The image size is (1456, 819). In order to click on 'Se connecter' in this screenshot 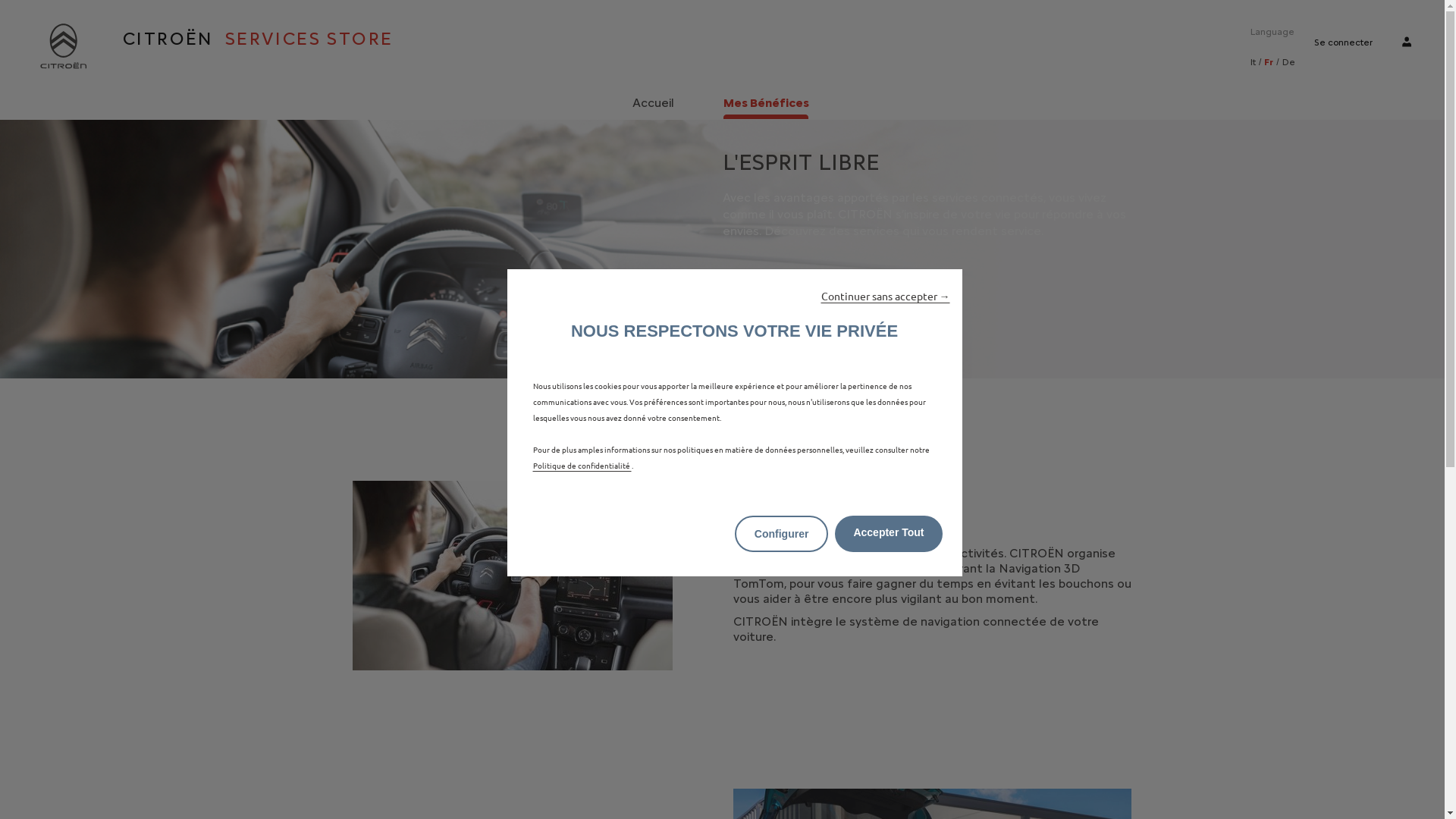, I will do `click(1343, 42)`.